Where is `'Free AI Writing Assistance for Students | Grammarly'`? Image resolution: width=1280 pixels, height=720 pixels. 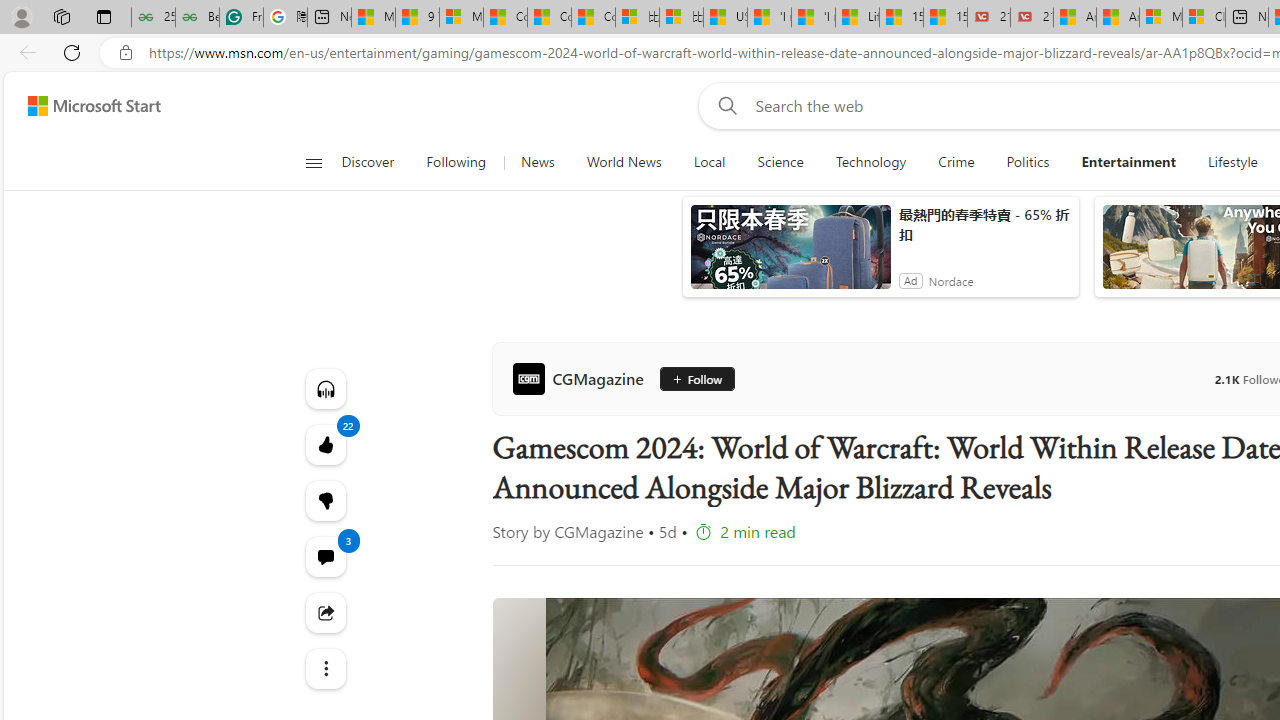
'Free AI Writing Assistance for Students | Grammarly' is located at coordinates (240, 17).